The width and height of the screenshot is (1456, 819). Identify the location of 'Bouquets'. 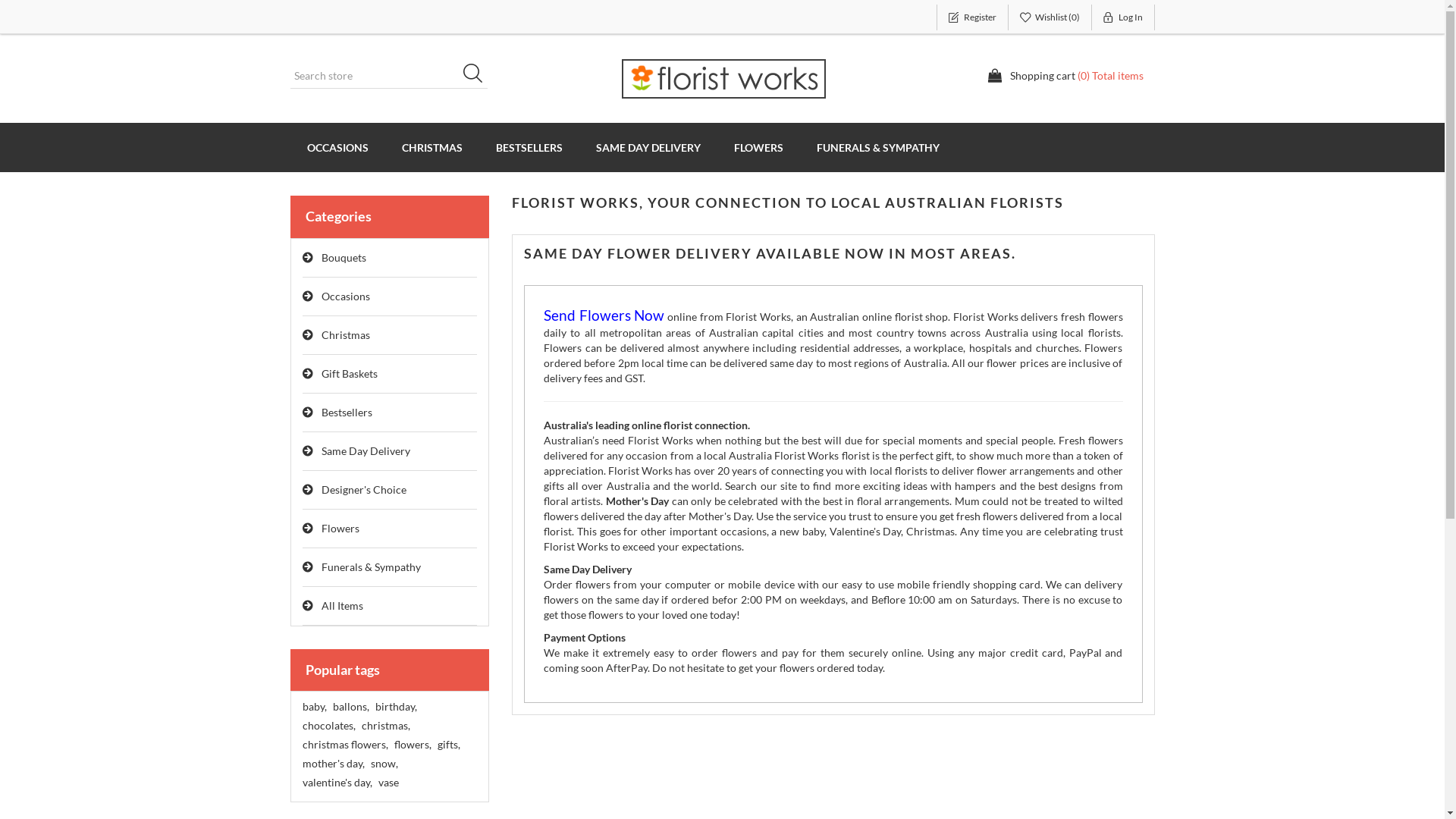
(302, 257).